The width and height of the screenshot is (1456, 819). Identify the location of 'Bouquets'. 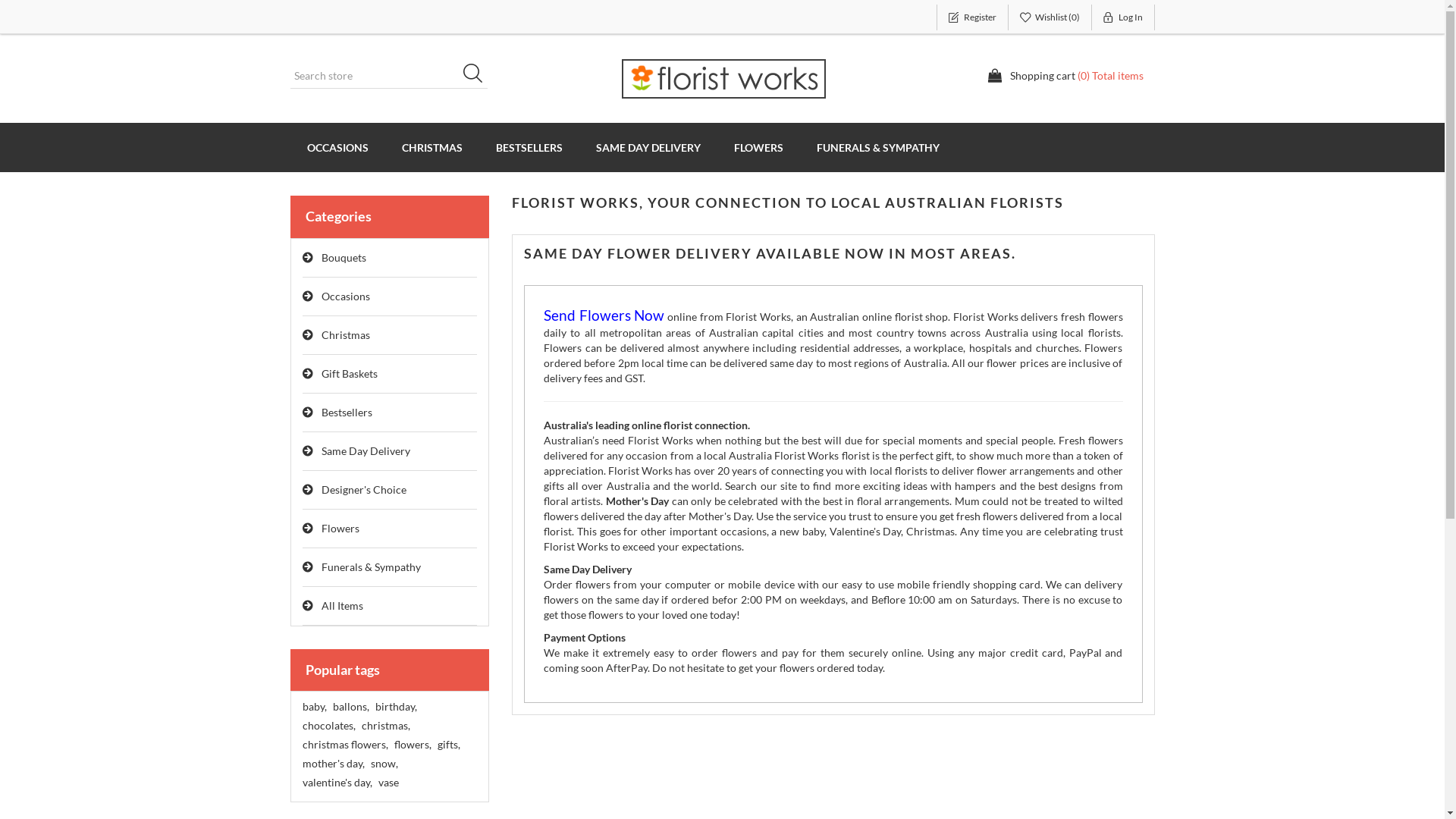
(302, 257).